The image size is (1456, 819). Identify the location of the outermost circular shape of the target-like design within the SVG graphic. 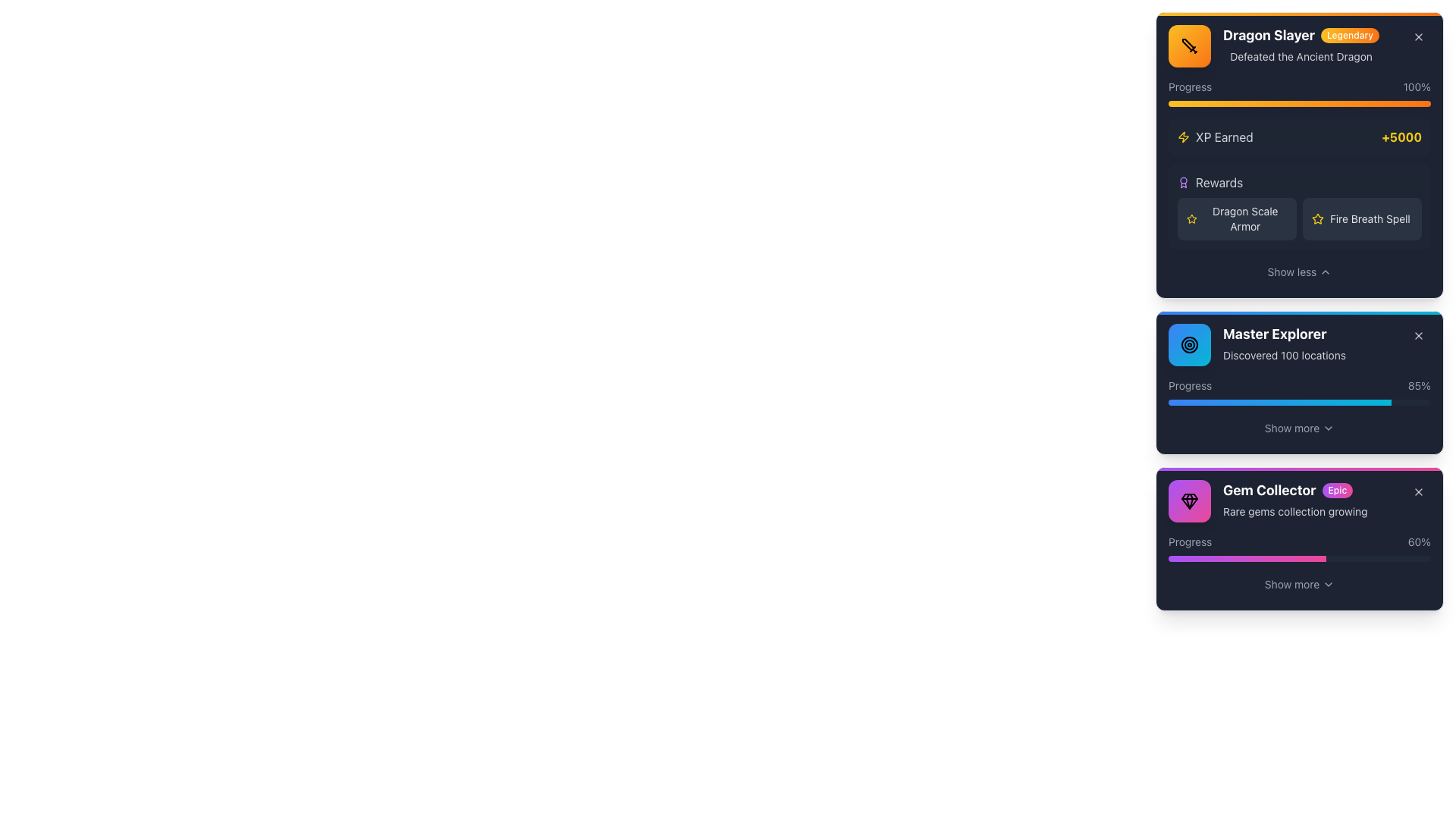
(1189, 345).